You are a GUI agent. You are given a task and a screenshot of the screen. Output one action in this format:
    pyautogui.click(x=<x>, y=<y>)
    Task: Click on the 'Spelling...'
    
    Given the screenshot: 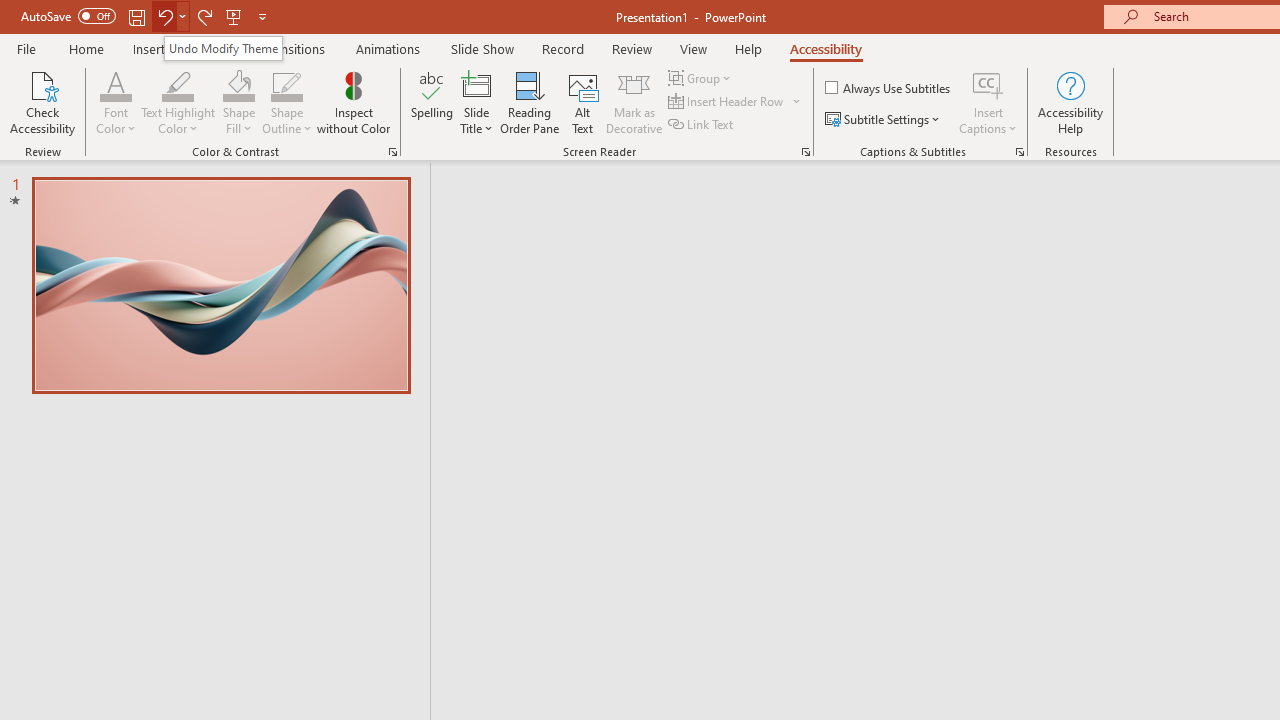 What is the action you would take?
    pyautogui.click(x=431, y=103)
    